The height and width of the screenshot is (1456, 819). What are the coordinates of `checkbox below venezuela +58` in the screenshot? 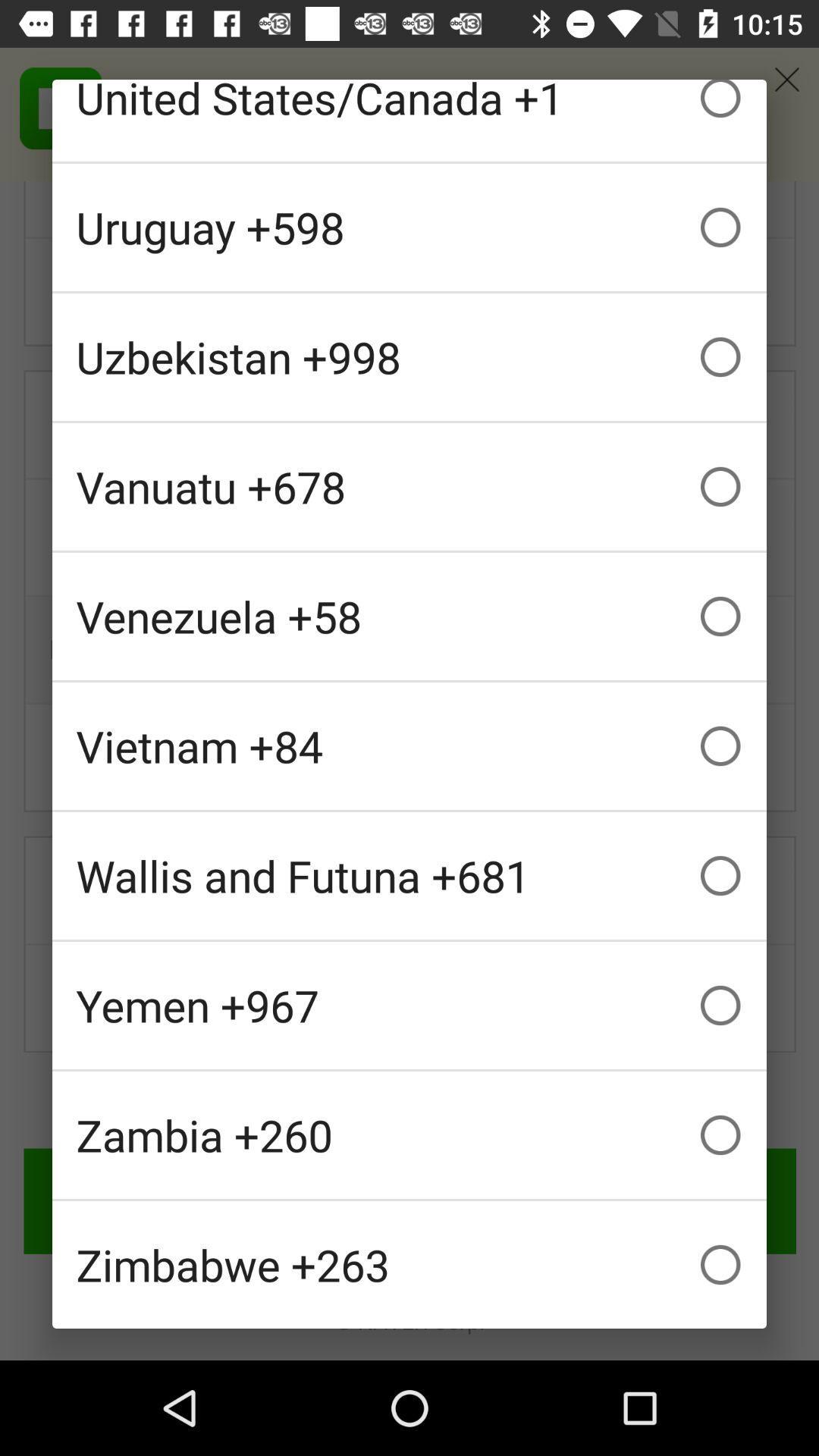 It's located at (409, 745).